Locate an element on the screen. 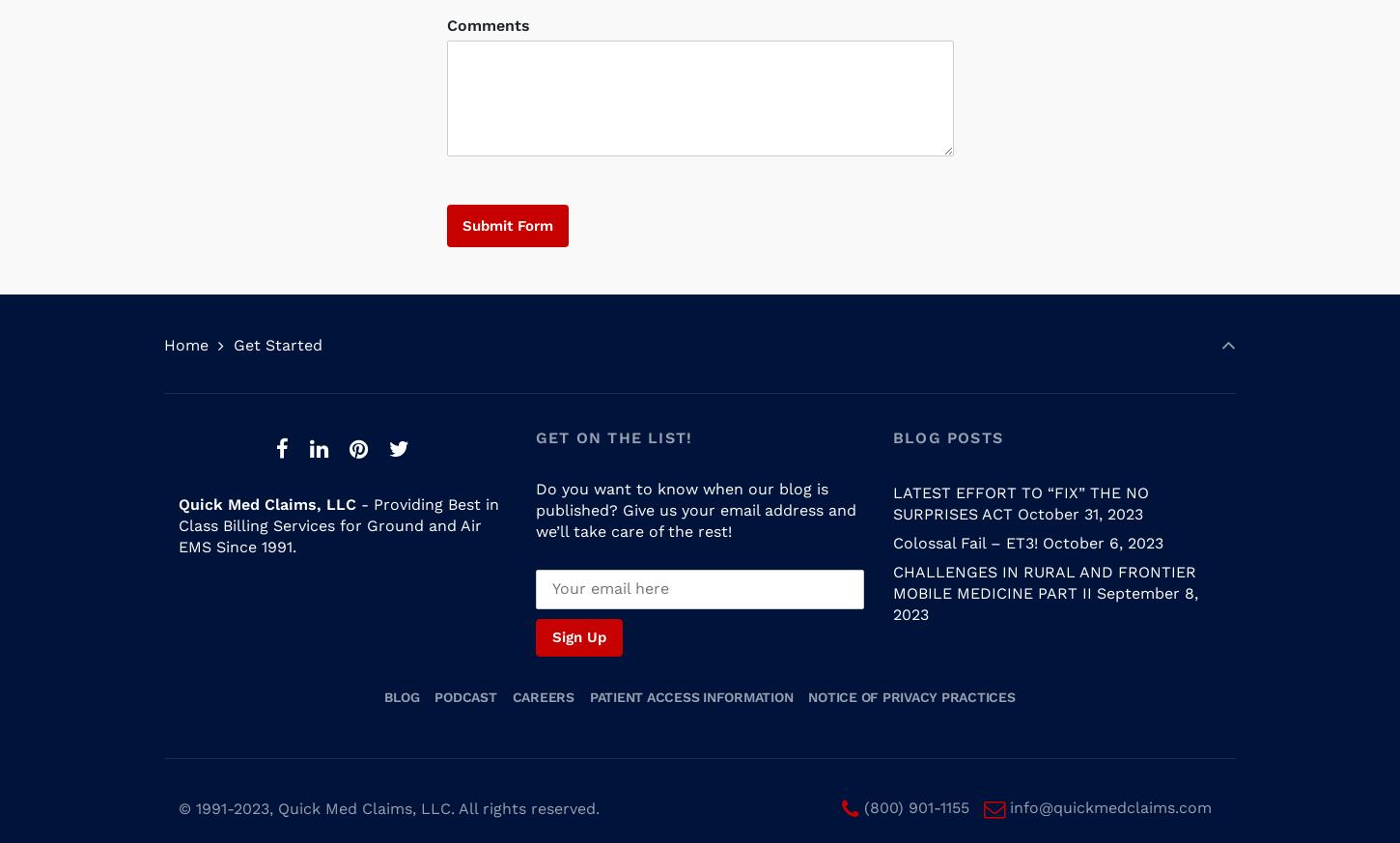  'Patient Access Information' is located at coordinates (689, 678).